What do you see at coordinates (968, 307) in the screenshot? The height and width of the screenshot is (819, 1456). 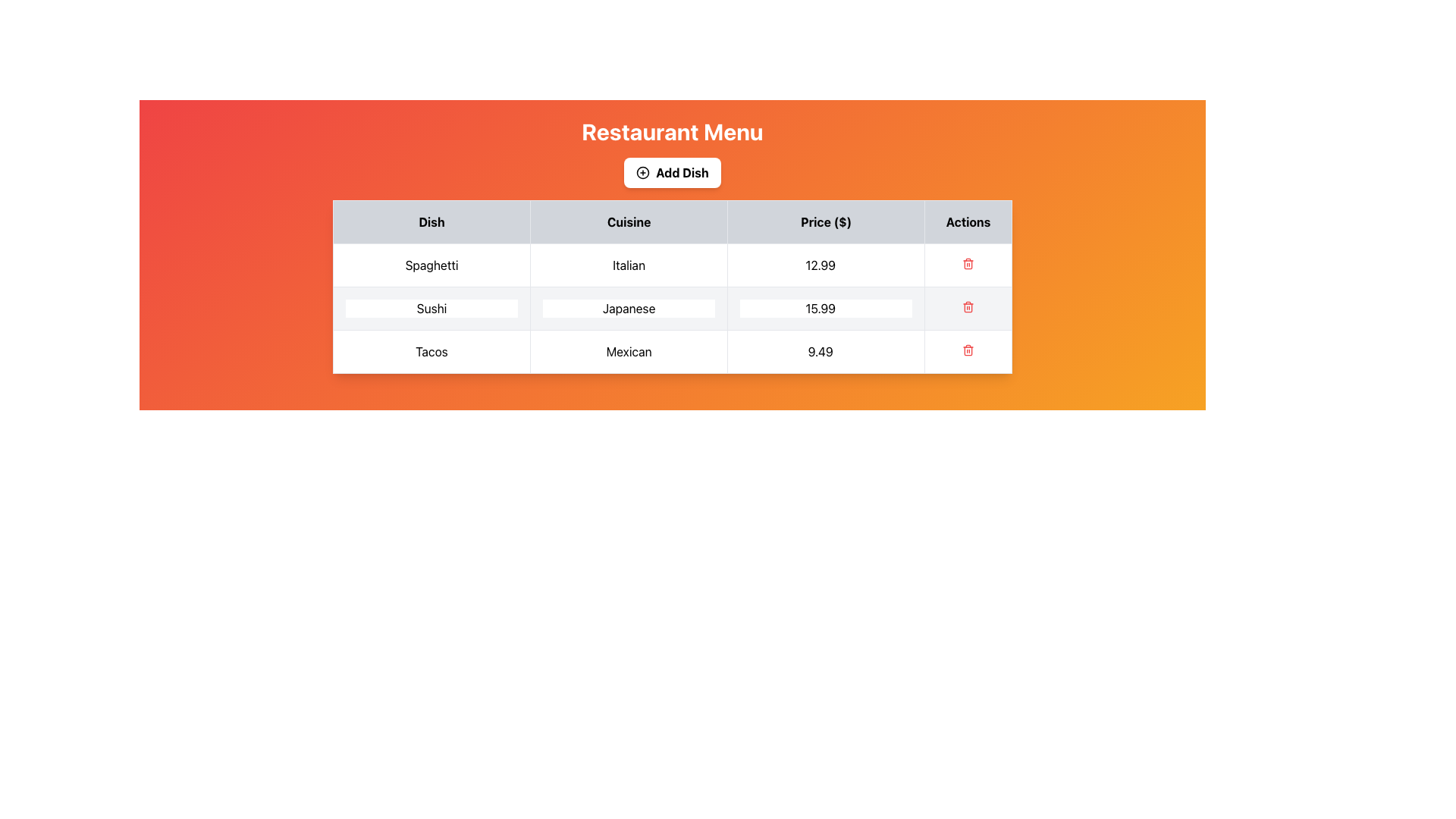 I see `the trash bin icon in the second row of the table under the 'Actions' column` at bounding box center [968, 307].